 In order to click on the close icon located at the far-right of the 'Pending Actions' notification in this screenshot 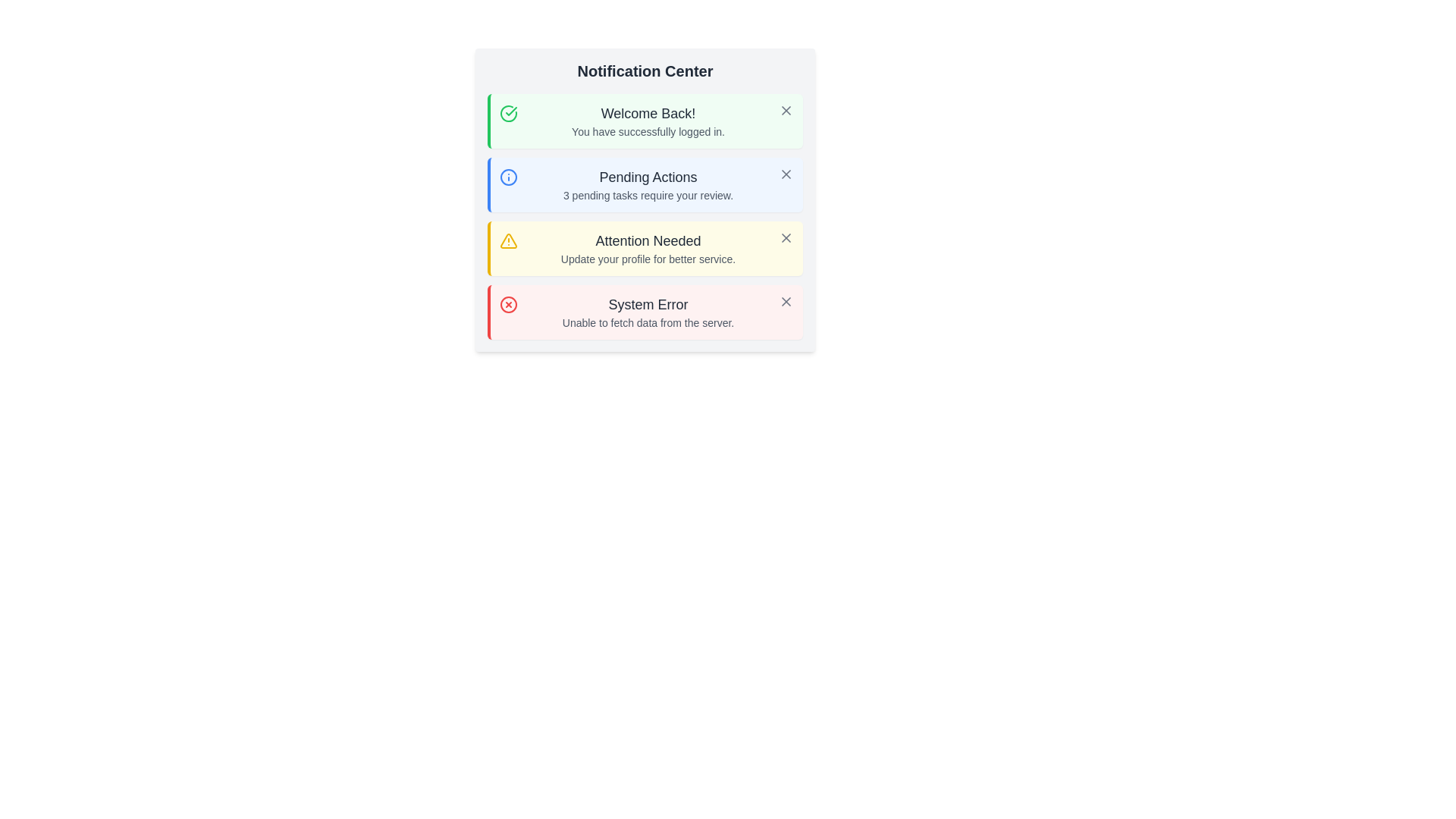, I will do `click(786, 174)`.